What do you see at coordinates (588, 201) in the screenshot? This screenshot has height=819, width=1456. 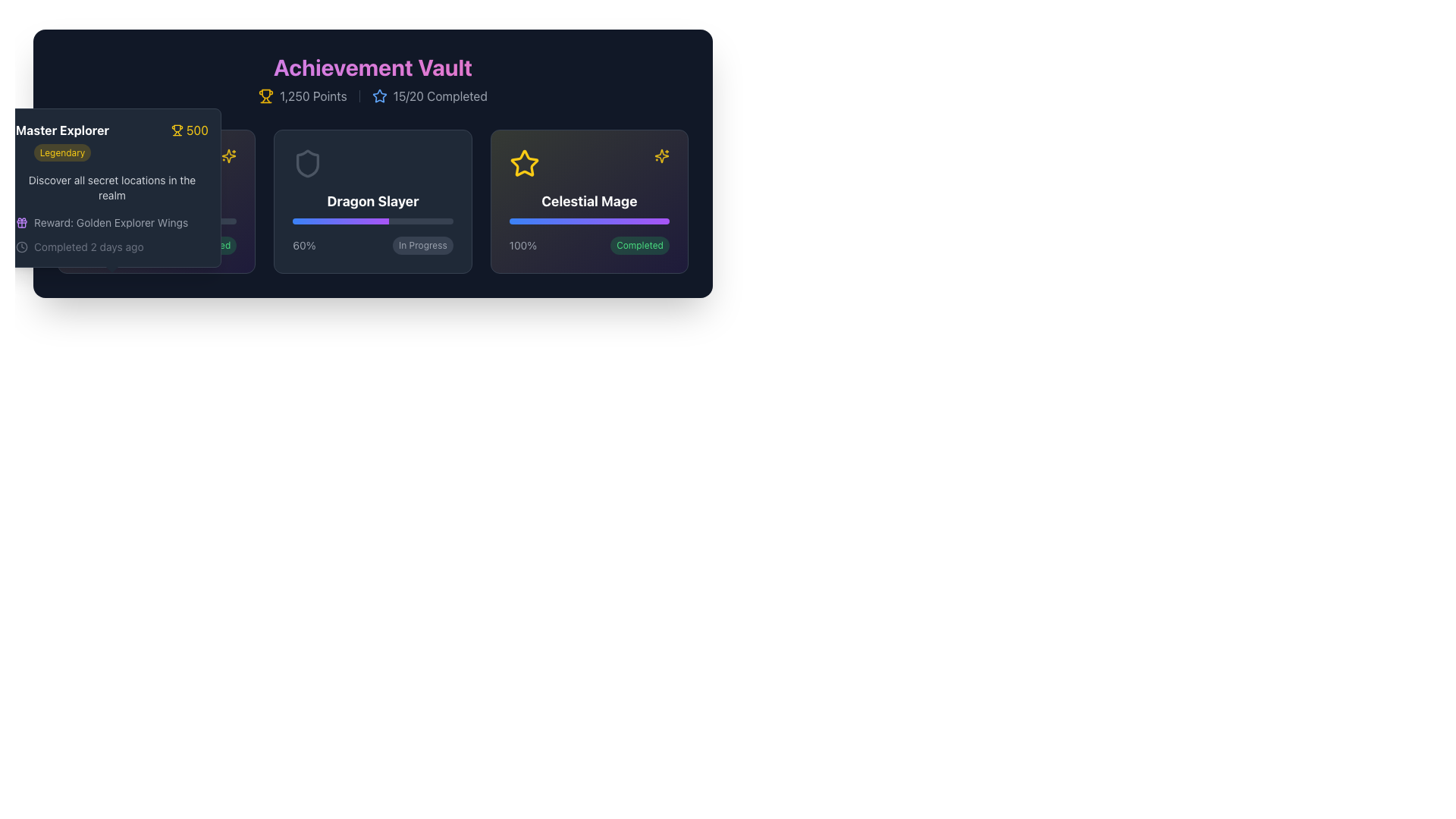 I see `the title 'Celestial Mage' displayed in the text label located at the top of the card on the right side of a three-card layout` at bounding box center [588, 201].